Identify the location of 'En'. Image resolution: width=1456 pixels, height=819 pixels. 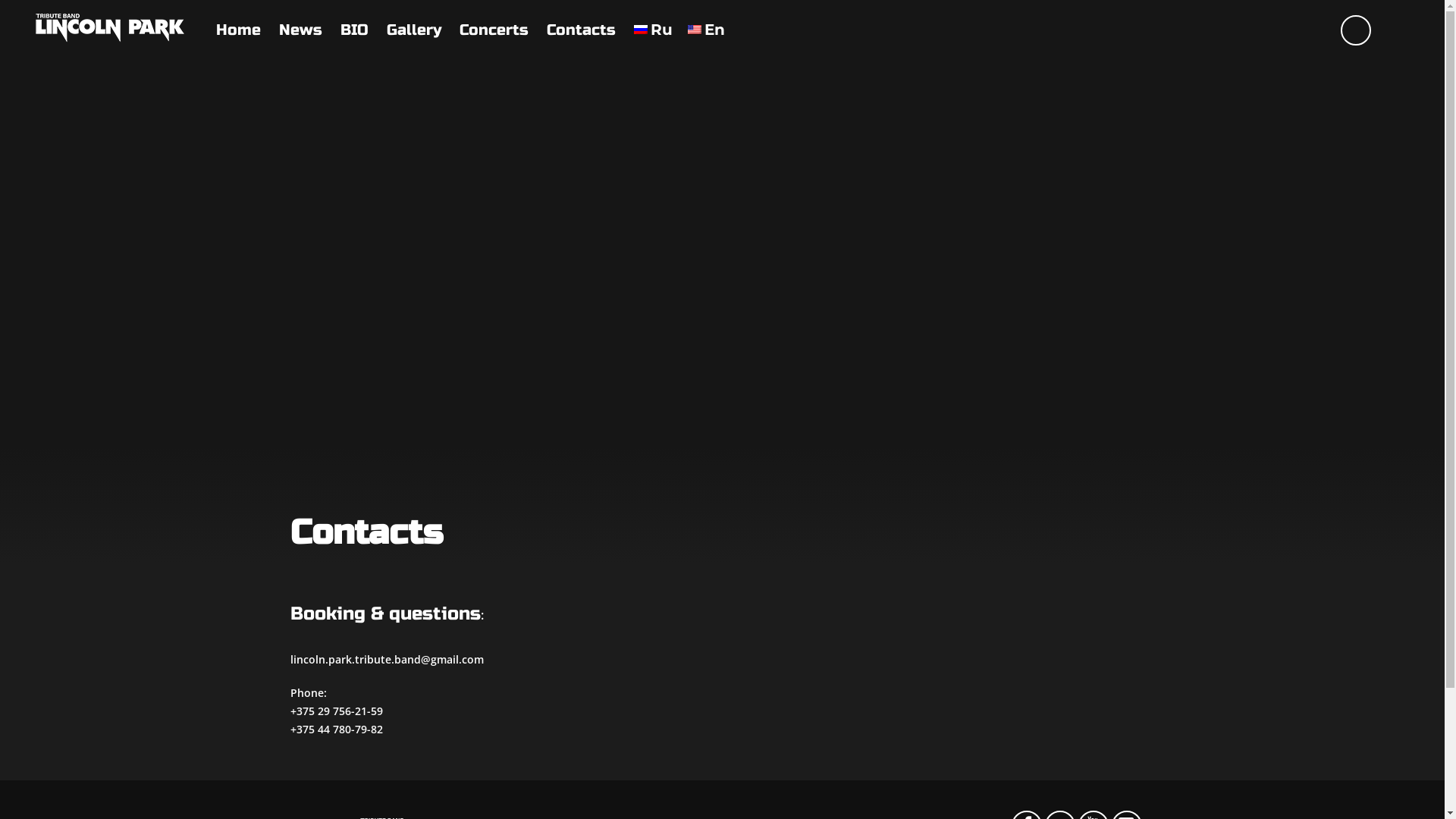
(705, 30).